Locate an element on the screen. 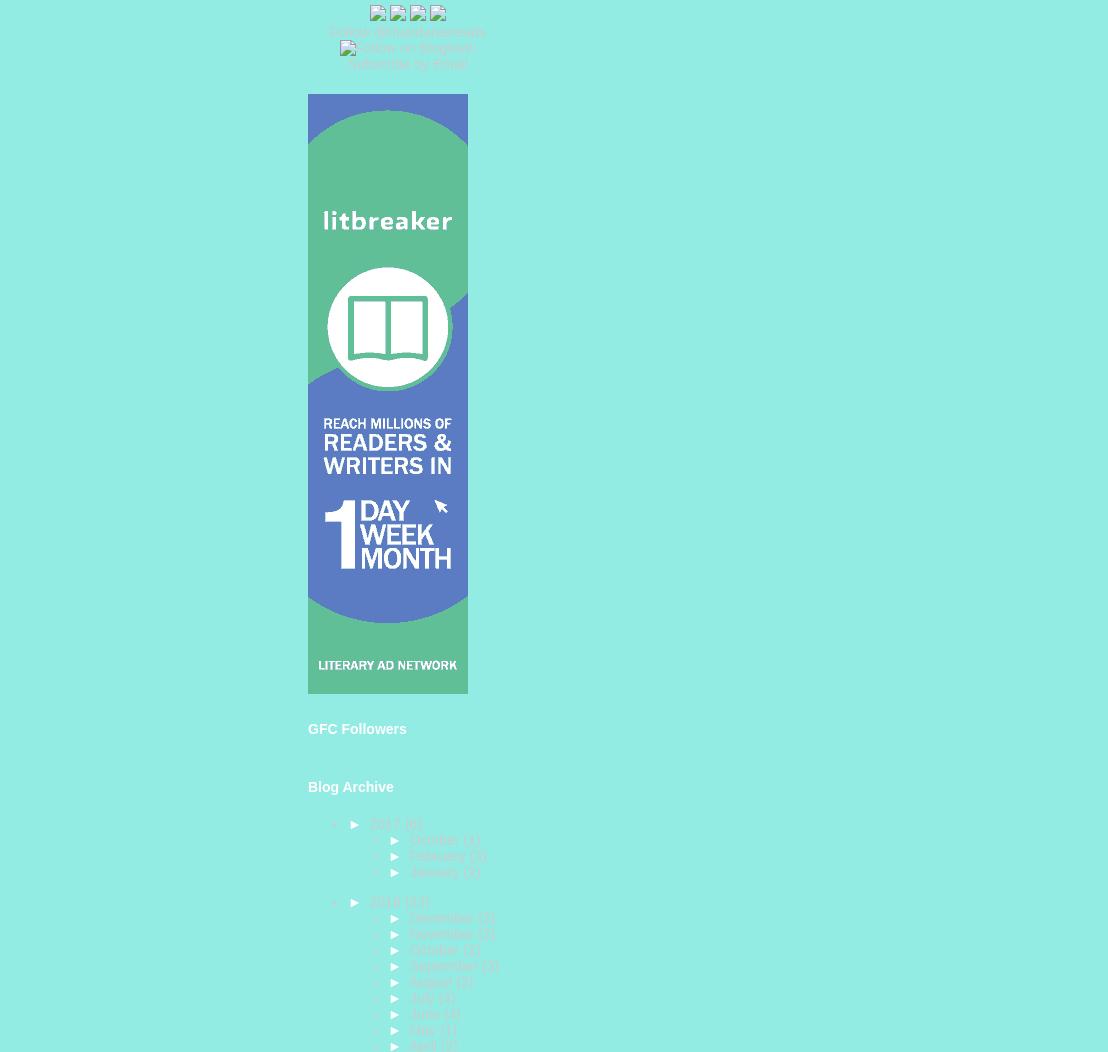 The image size is (1108, 1052). 'GFC Followers' is located at coordinates (355, 727).